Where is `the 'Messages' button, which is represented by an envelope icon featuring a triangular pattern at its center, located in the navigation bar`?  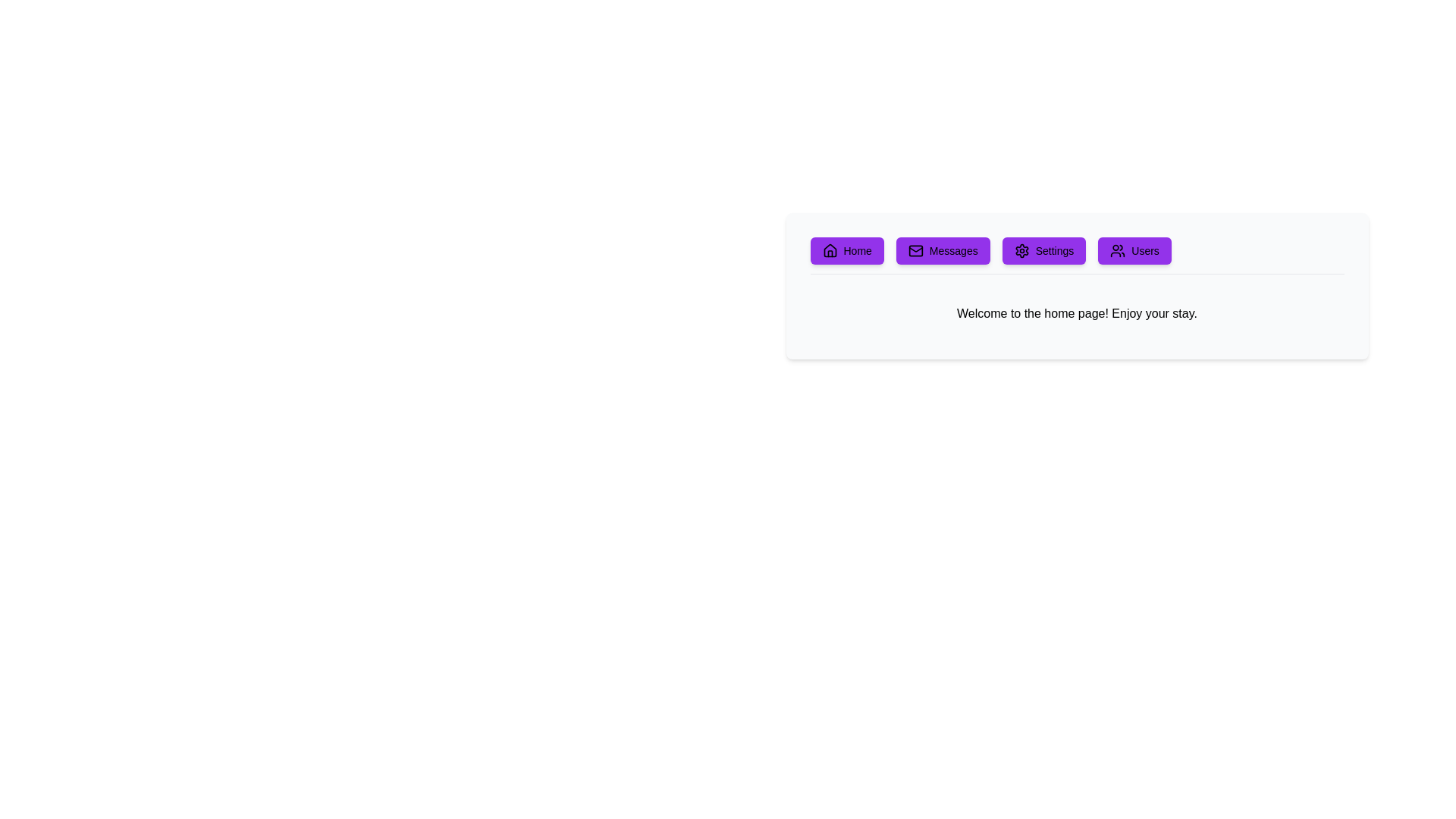
the 'Messages' button, which is represented by an envelope icon featuring a triangular pattern at its center, located in the navigation bar is located at coordinates (915, 249).